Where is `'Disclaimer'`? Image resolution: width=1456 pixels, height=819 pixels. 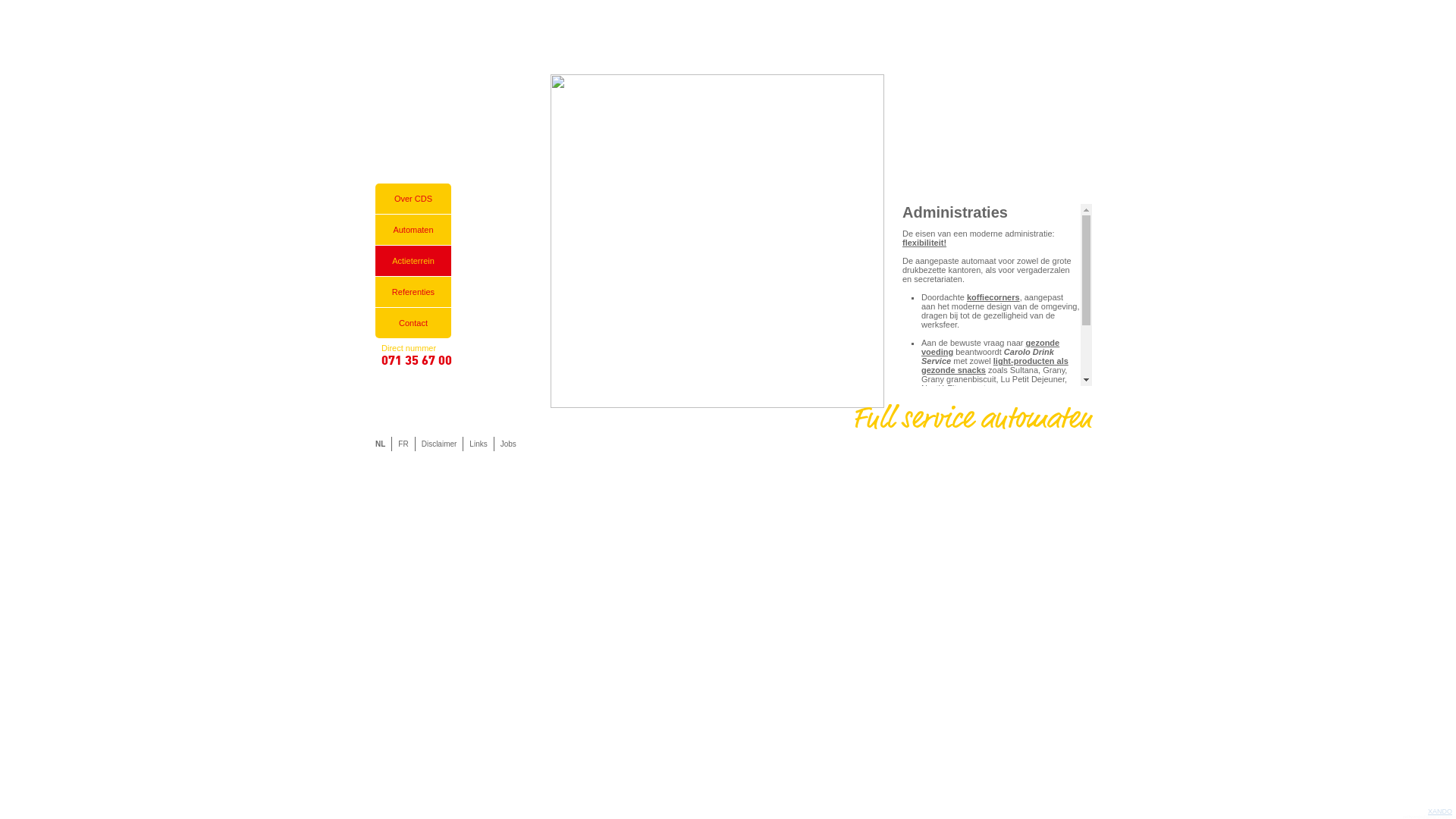
'Disclaimer' is located at coordinates (438, 444).